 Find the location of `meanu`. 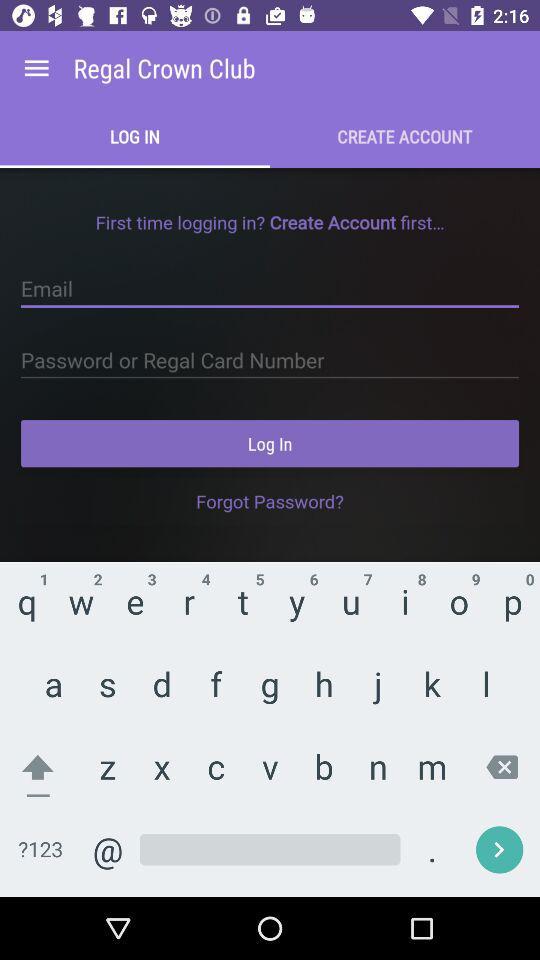

meanu is located at coordinates (36, 68).